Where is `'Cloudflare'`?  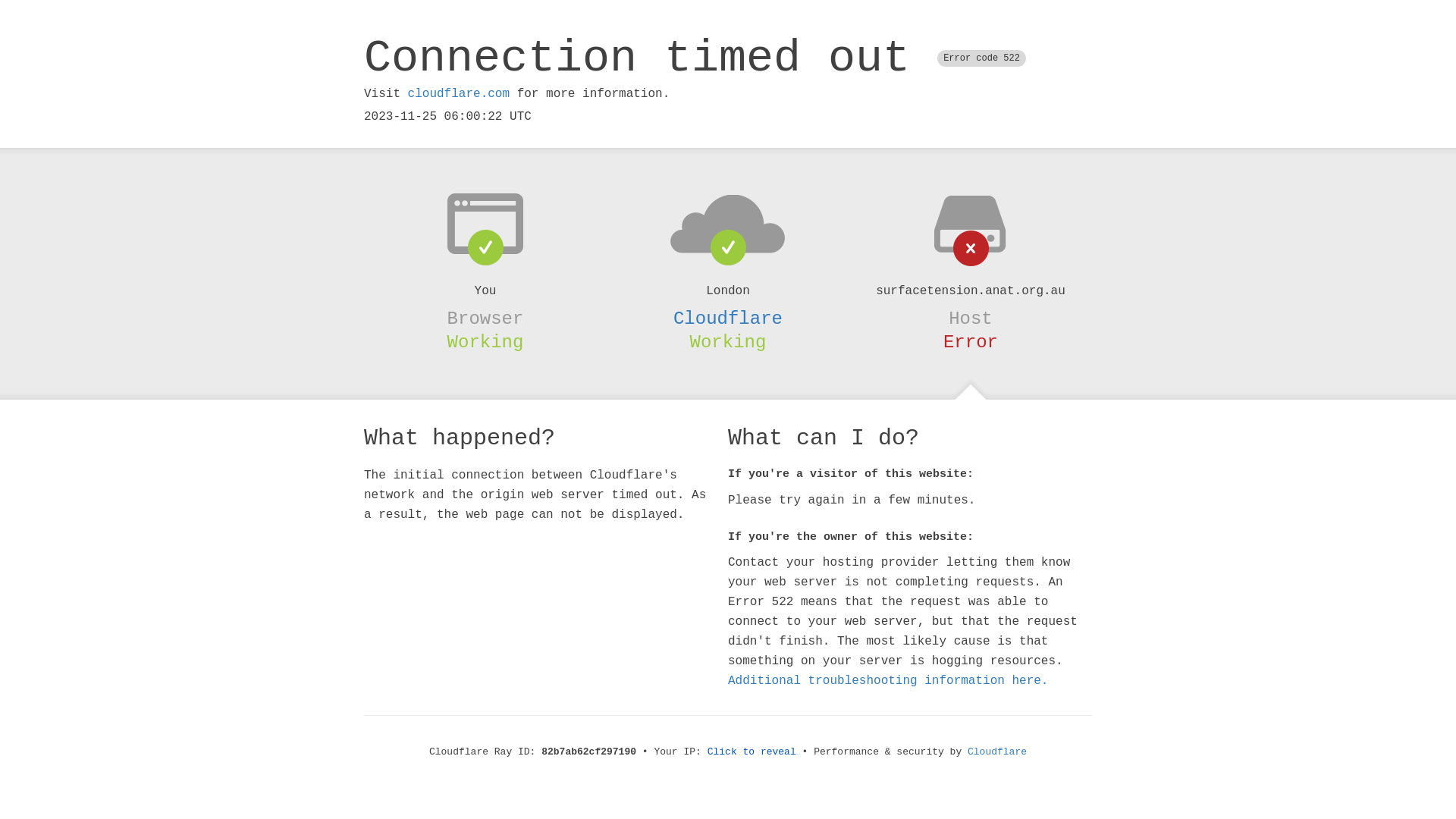
'Cloudflare' is located at coordinates (967, 752).